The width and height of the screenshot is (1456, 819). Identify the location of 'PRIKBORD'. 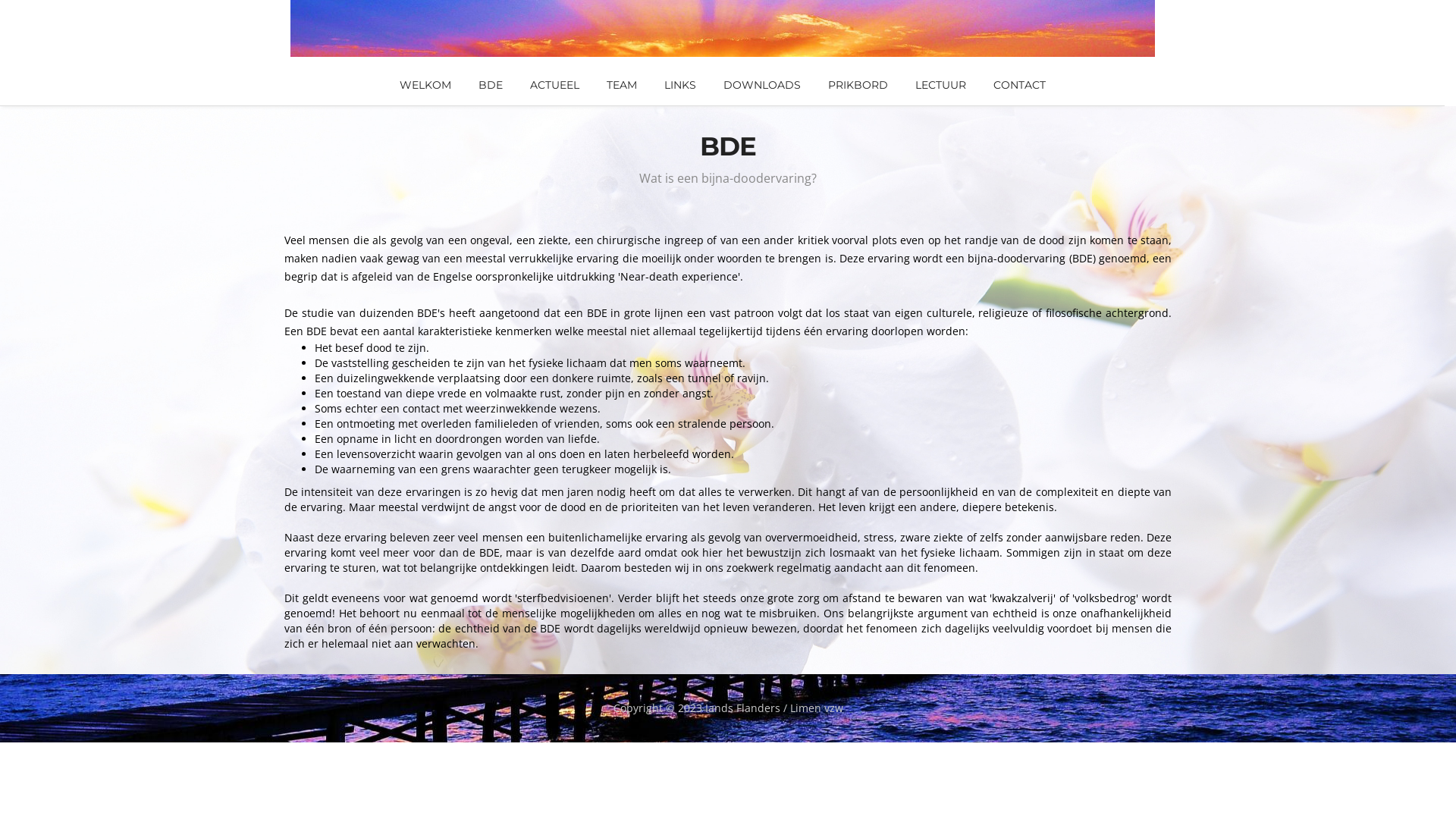
(858, 84).